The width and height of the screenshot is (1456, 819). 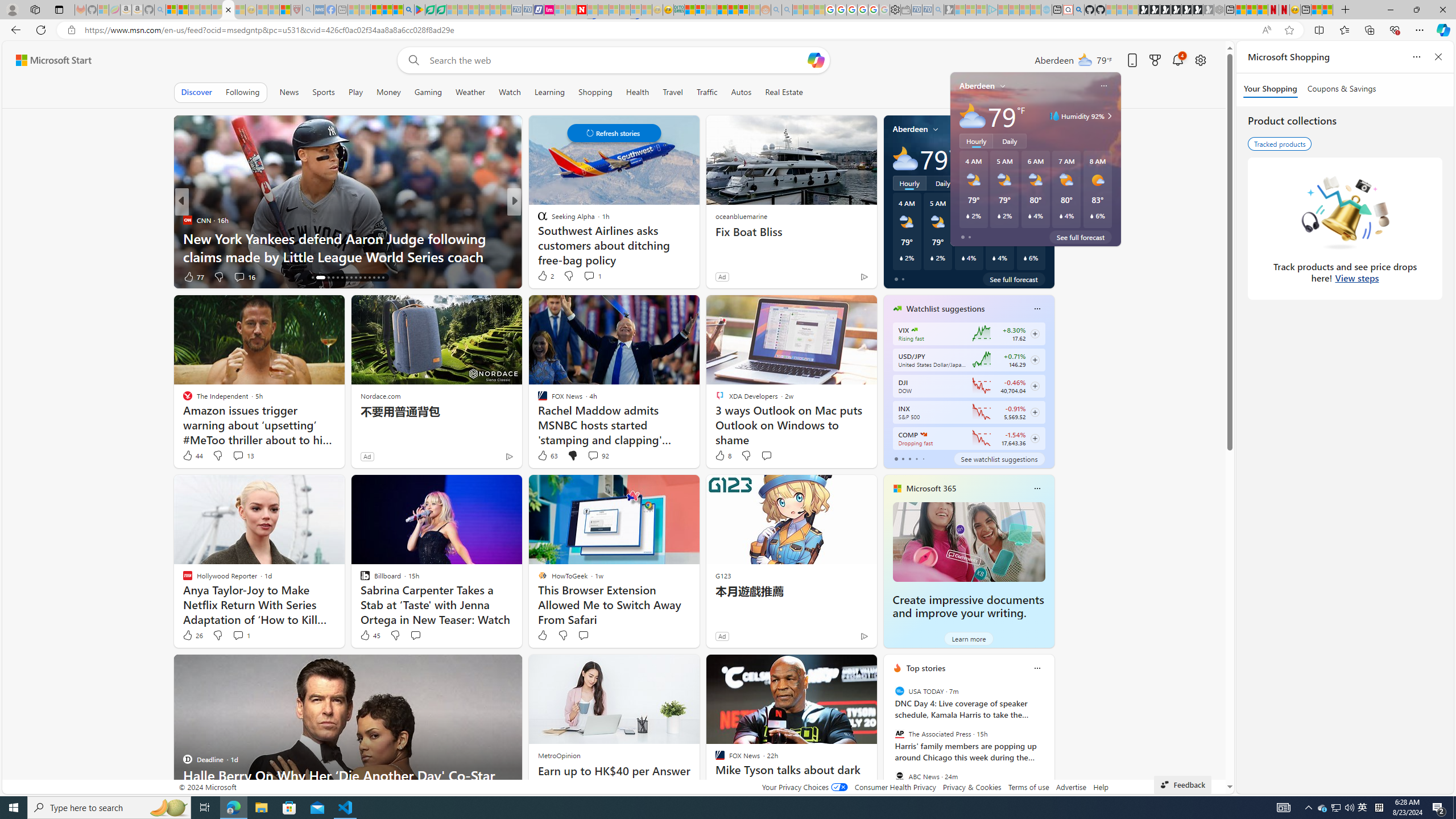 What do you see at coordinates (337, 277) in the screenshot?
I see `'AutomationID: tab-20'` at bounding box center [337, 277].